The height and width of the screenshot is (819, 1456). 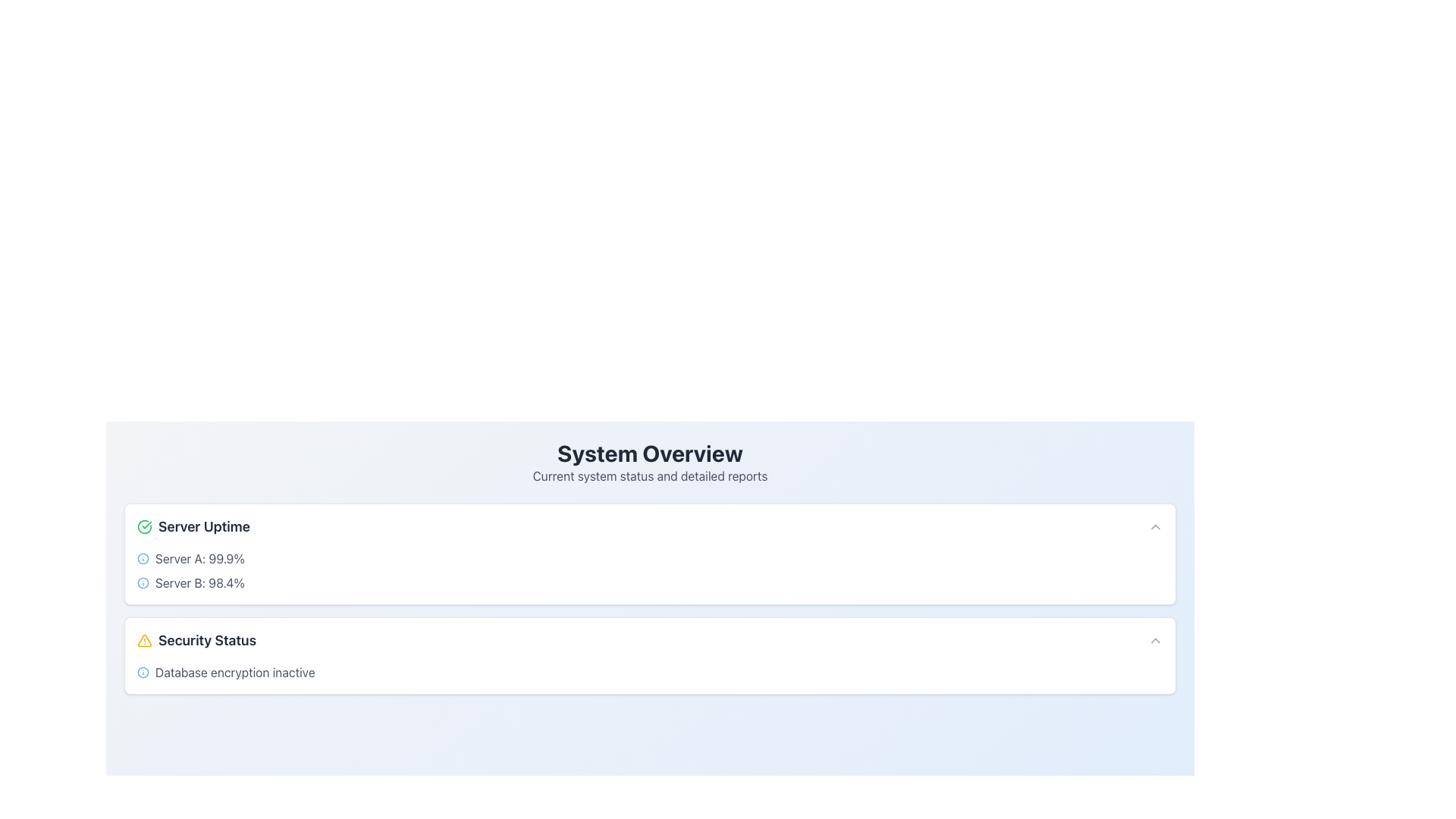 What do you see at coordinates (143, 672) in the screenshot?
I see `the circular shape with a blue border and white fill, which serves as a visual marker for the 'Server Uptime' section` at bounding box center [143, 672].